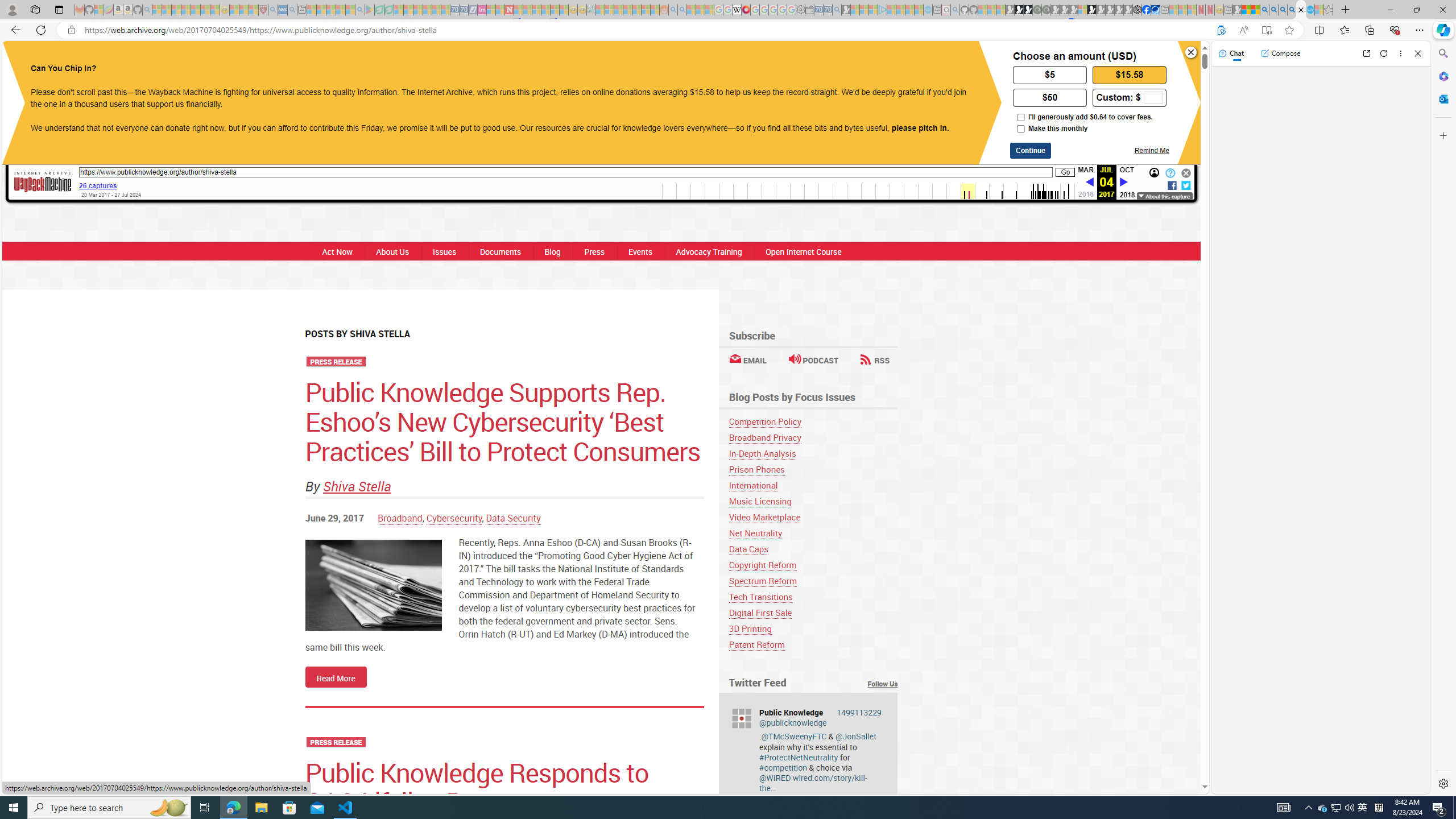  Describe the element at coordinates (755, 644) in the screenshot. I see `'Patent Reform'` at that location.